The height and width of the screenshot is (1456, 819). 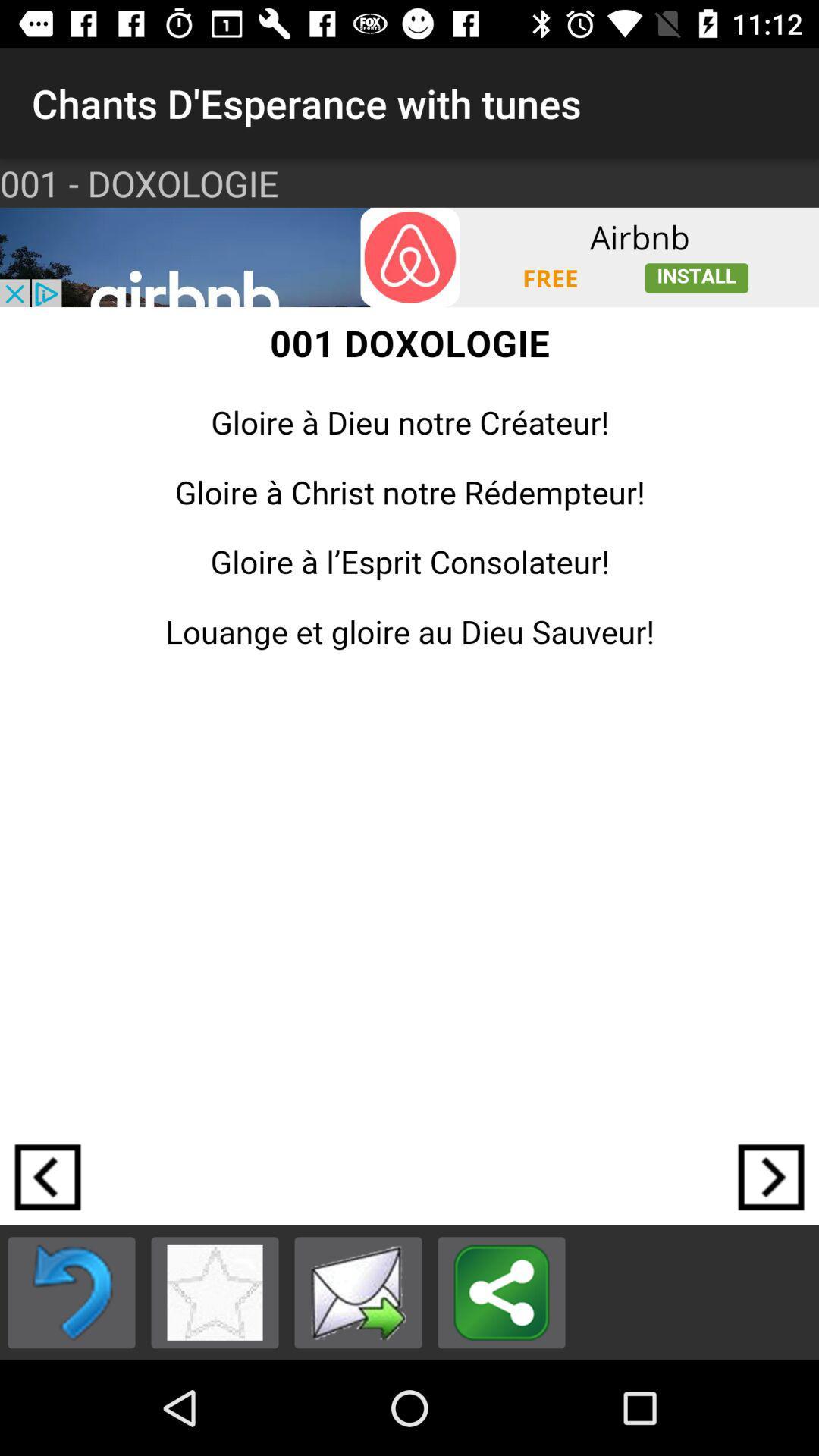 What do you see at coordinates (71, 1291) in the screenshot?
I see `previous` at bounding box center [71, 1291].